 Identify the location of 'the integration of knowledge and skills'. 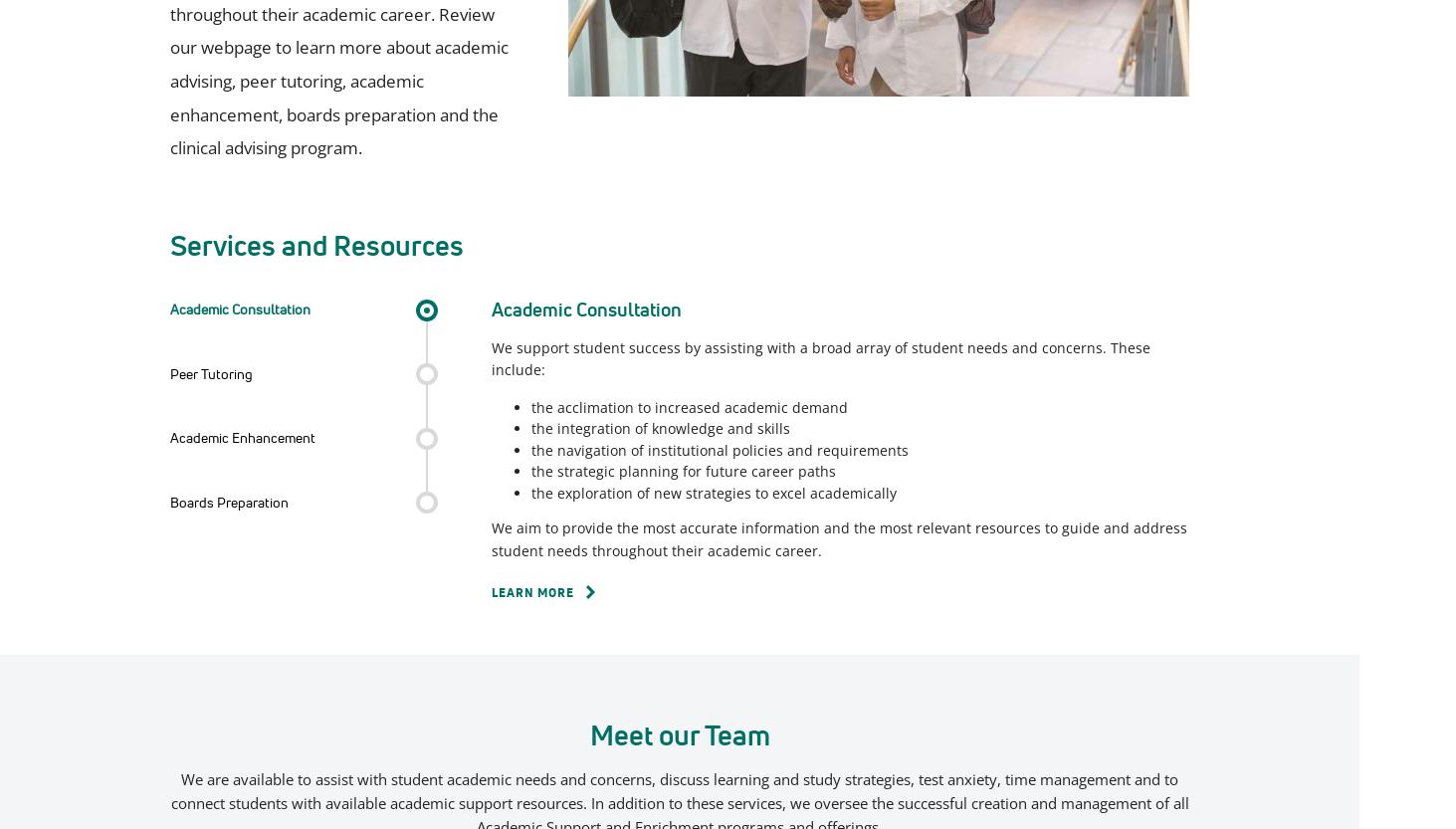
(660, 427).